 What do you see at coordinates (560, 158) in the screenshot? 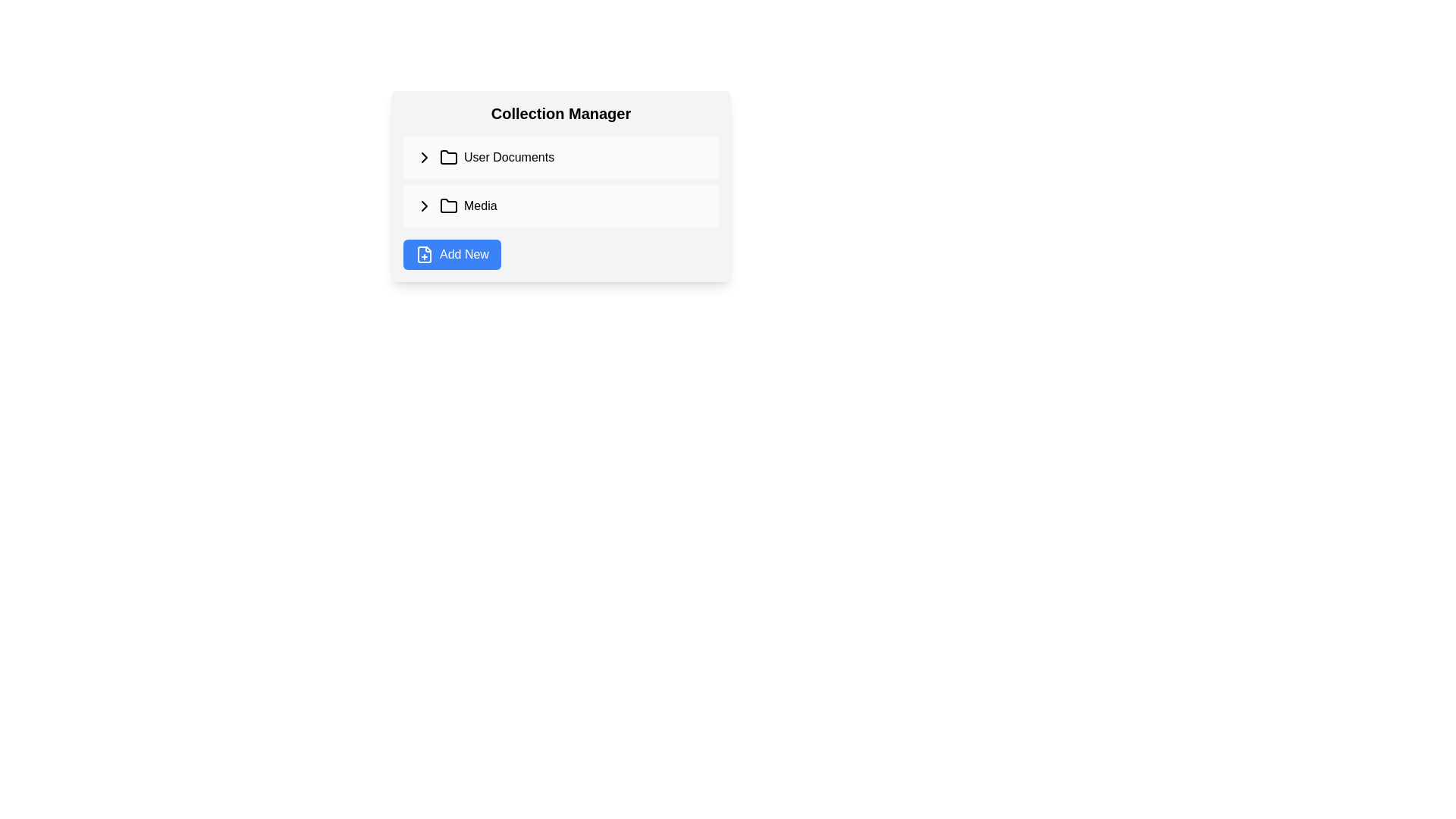
I see `the first entry in the vertical list under 'Collection Manager'` at bounding box center [560, 158].